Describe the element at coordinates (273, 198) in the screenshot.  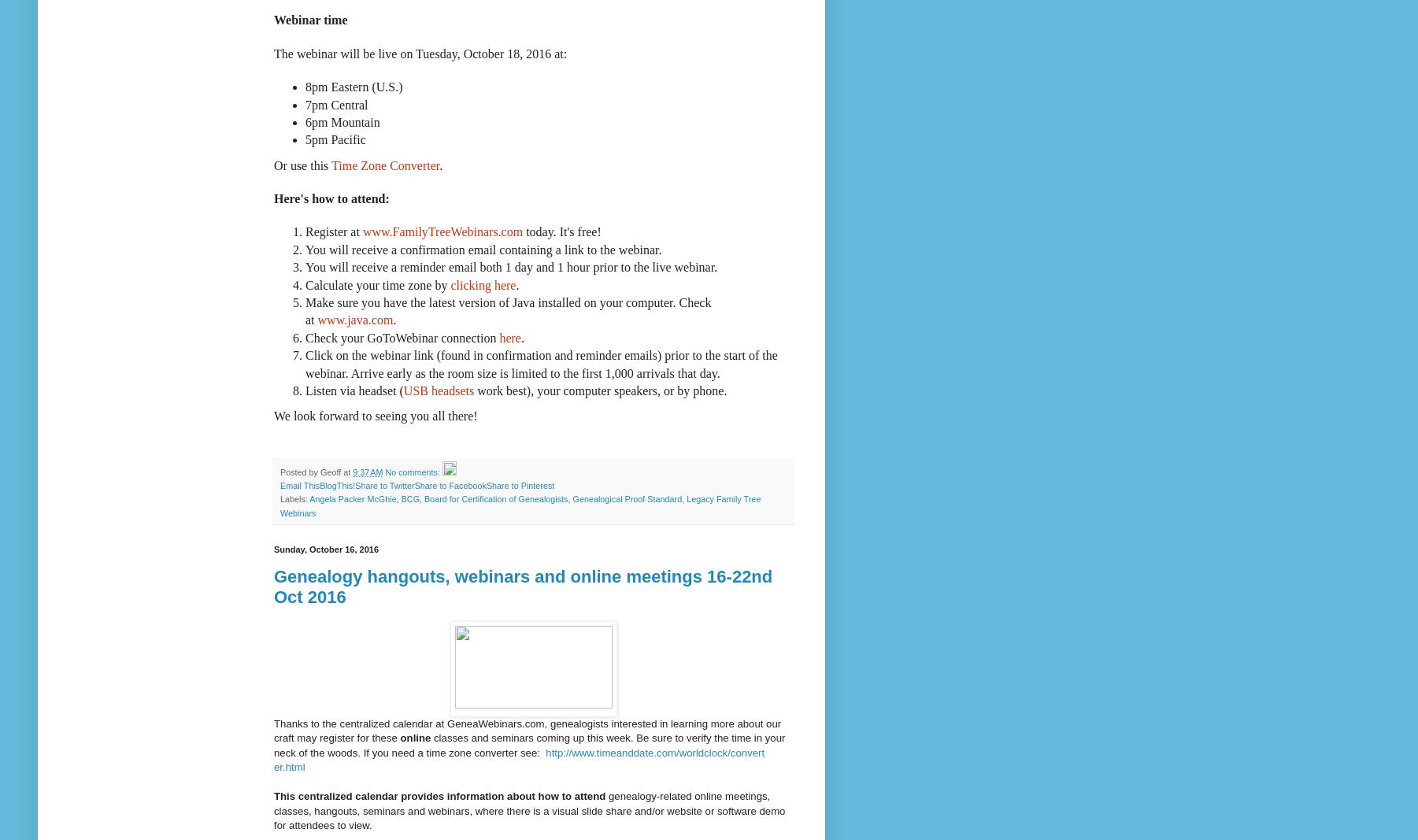
I see `'Here's how to attend:'` at that location.